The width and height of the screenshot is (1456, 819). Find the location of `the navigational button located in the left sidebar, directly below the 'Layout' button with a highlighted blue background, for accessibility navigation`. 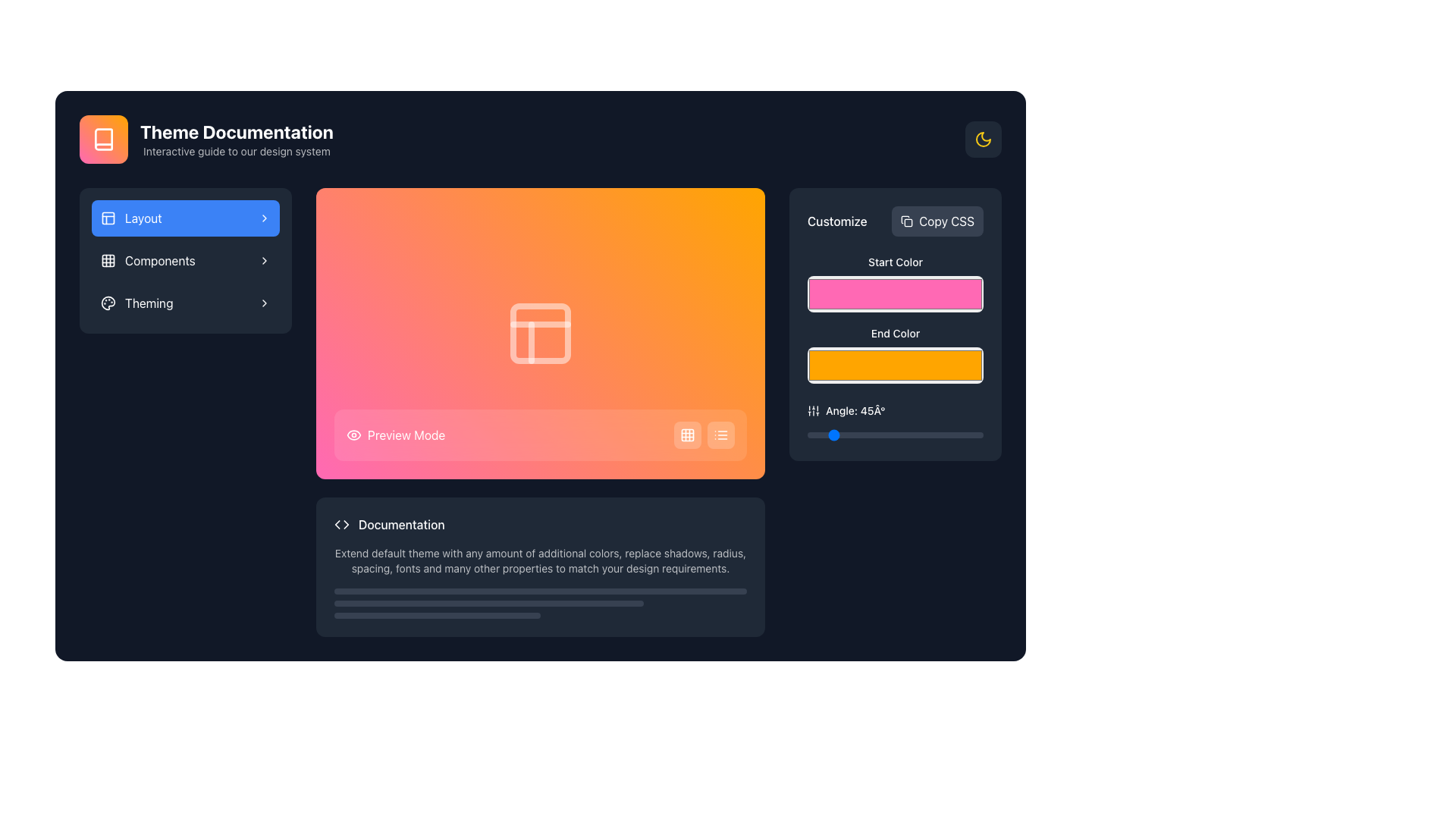

the navigational button located in the left sidebar, directly below the 'Layout' button with a highlighted blue background, for accessibility navigation is located at coordinates (184, 259).